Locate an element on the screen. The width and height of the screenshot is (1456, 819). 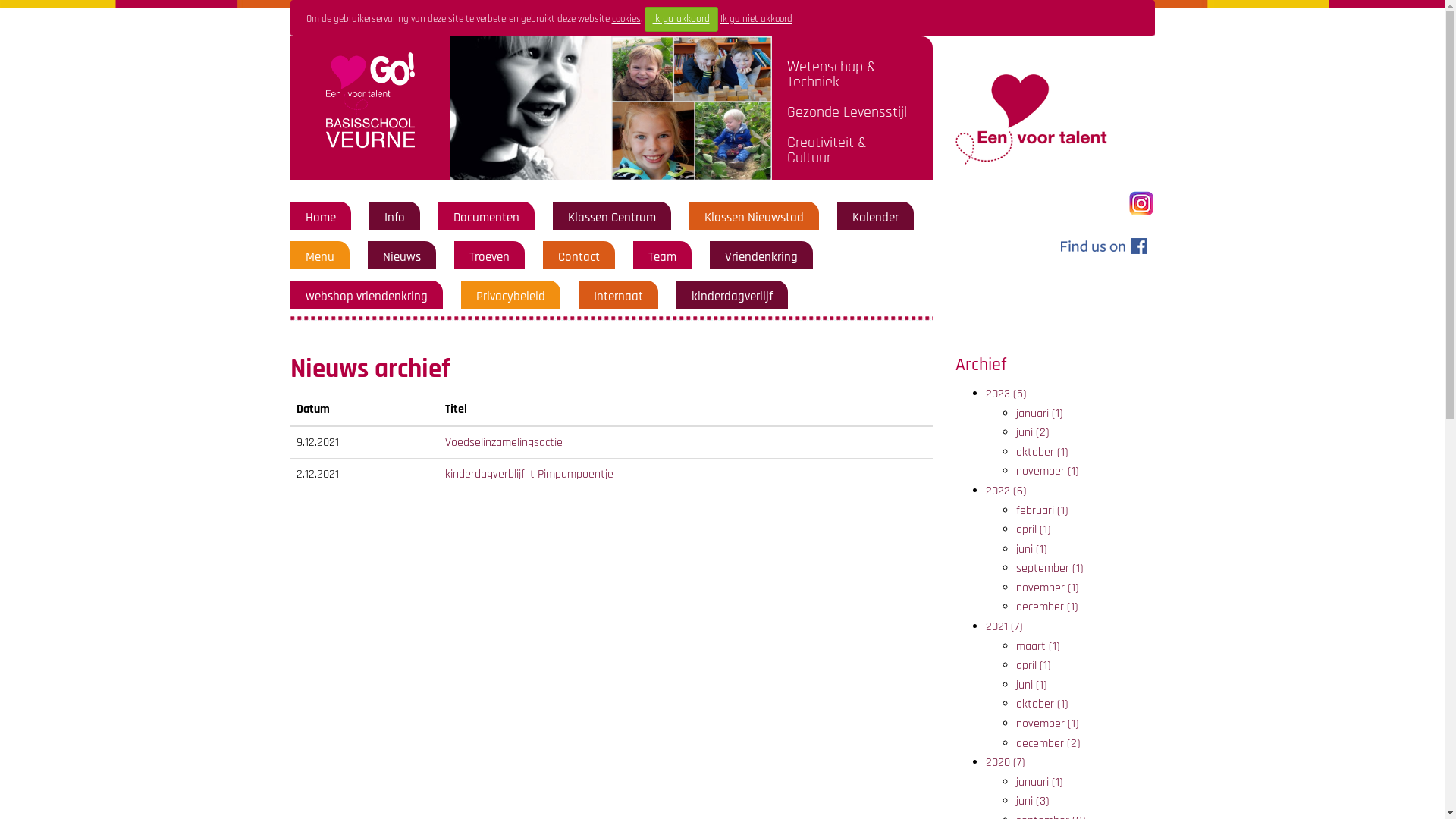
'juni (1)' is located at coordinates (1015, 685).